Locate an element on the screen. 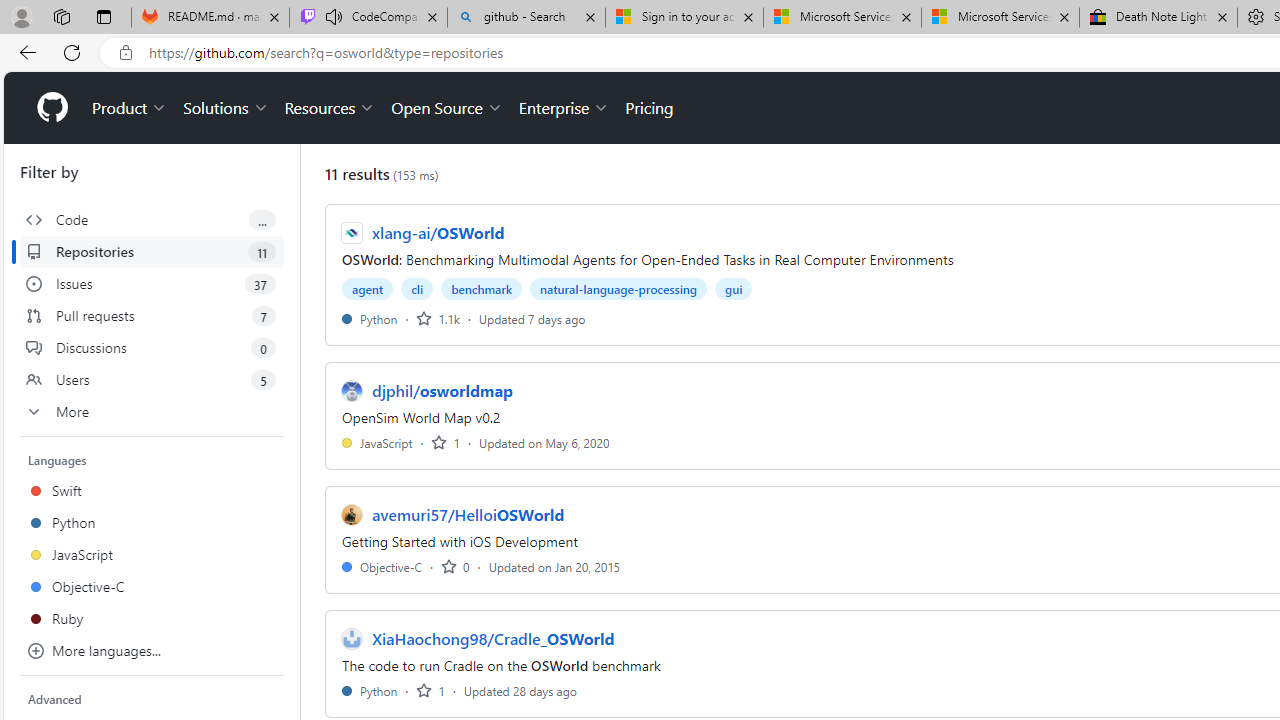 This screenshot has height=720, width=1280. 'Resources' is located at coordinates (330, 108).